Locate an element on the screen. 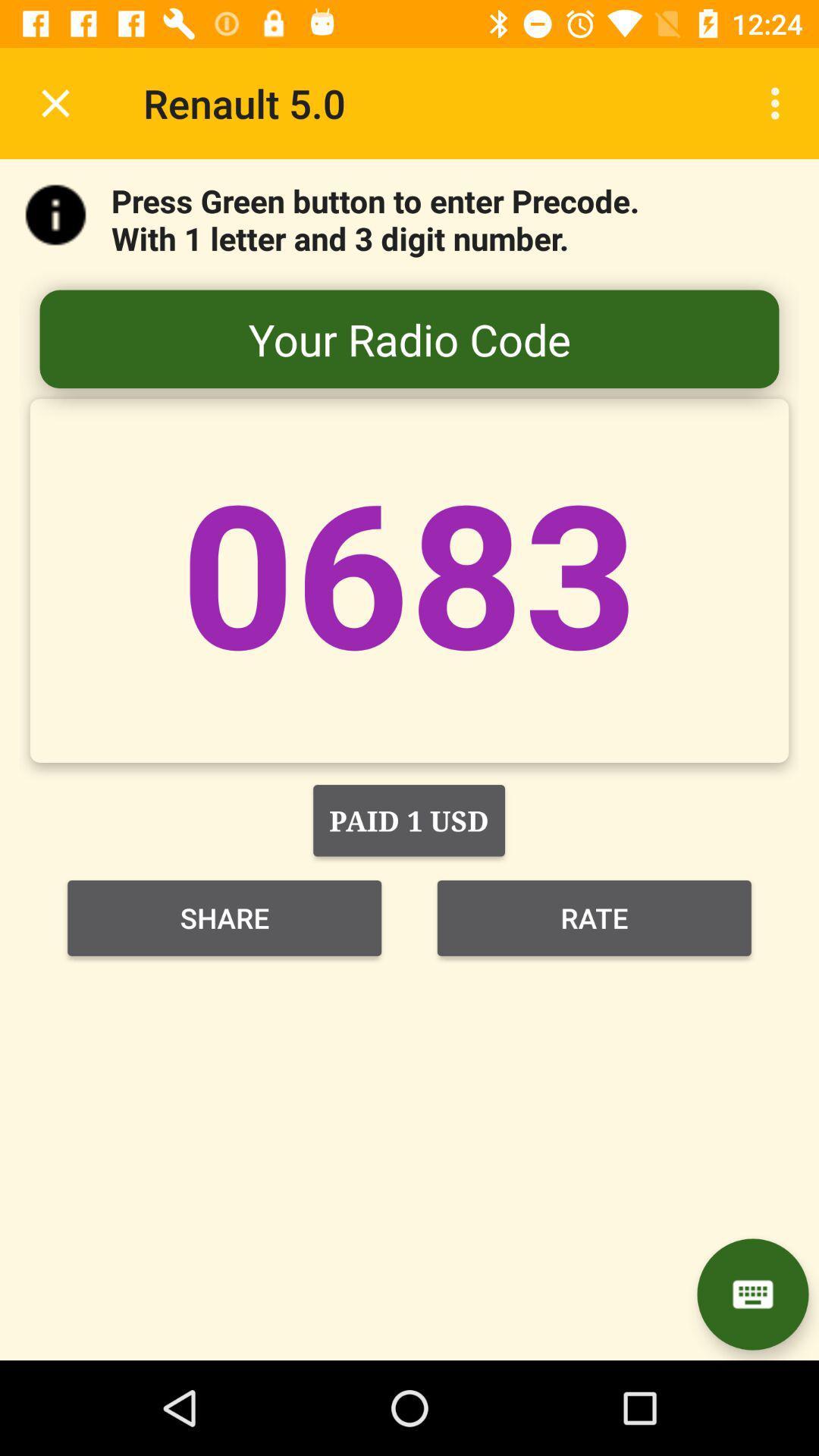 Image resolution: width=819 pixels, height=1456 pixels. the chat icon is located at coordinates (752, 1294).